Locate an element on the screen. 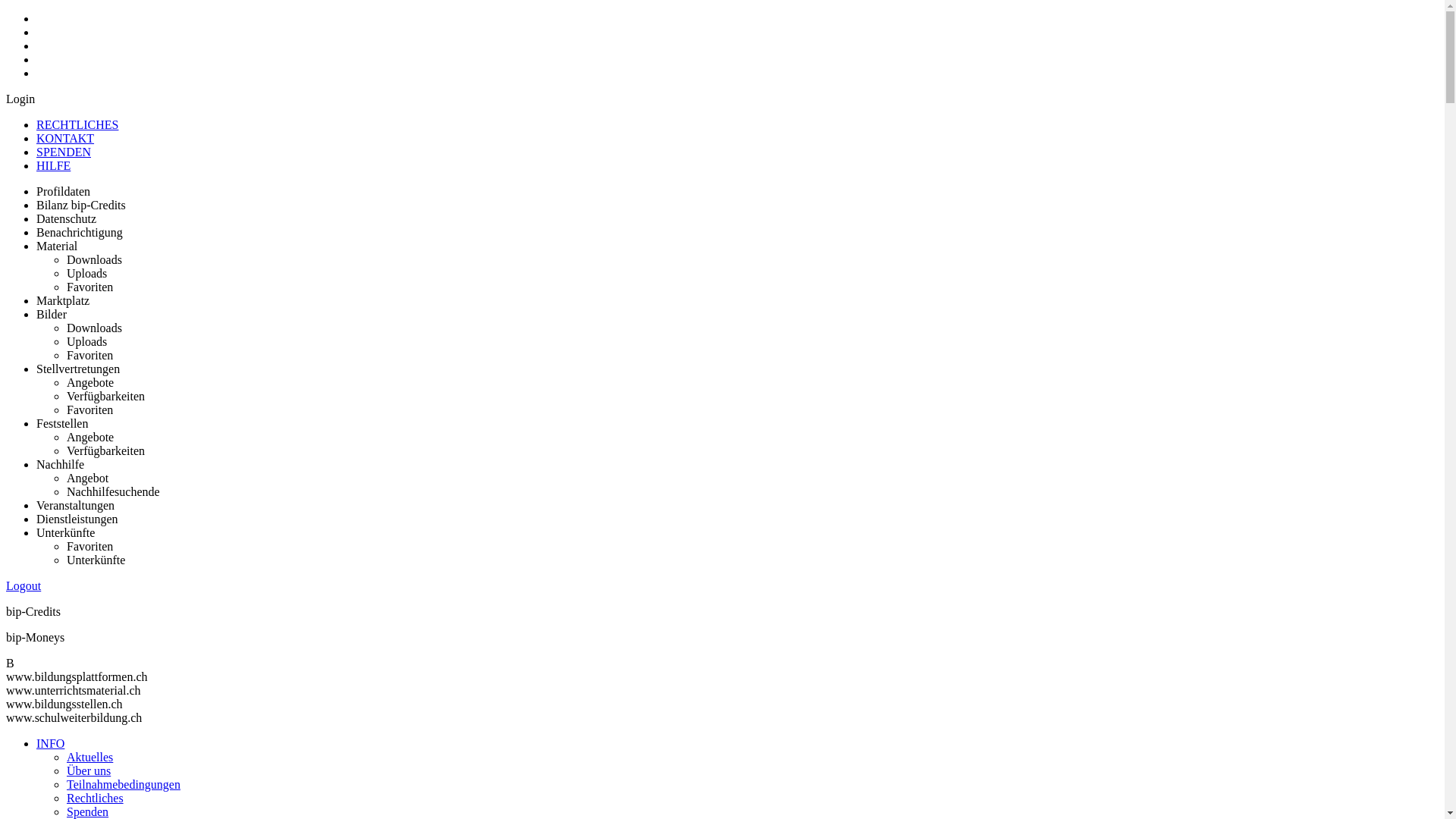  'Profildaten' is located at coordinates (62, 190).